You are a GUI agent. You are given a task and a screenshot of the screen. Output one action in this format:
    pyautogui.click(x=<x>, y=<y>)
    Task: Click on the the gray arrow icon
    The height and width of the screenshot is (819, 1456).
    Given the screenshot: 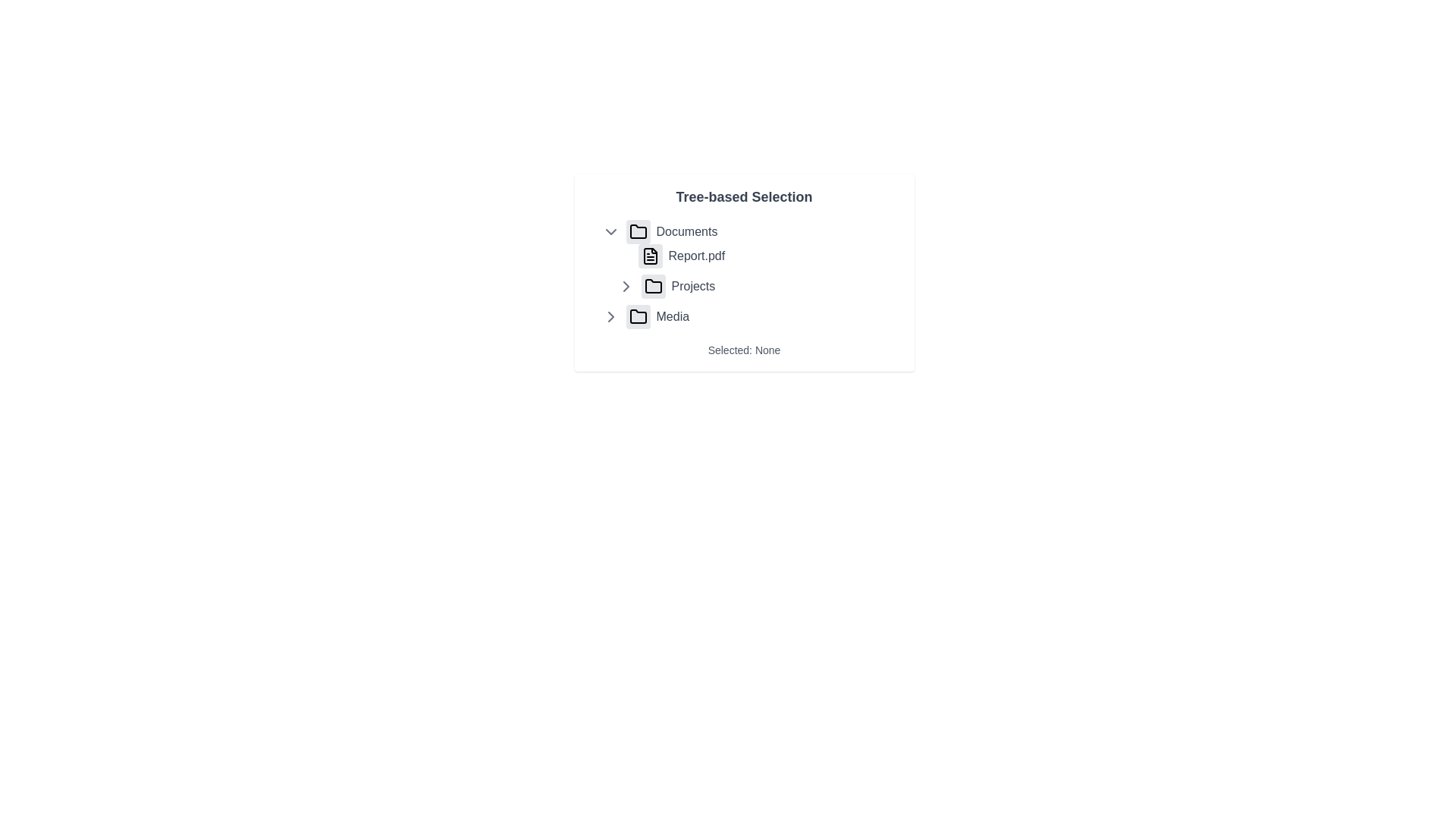 What is the action you would take?
    pyautogui.click(x=626, y=287)
    